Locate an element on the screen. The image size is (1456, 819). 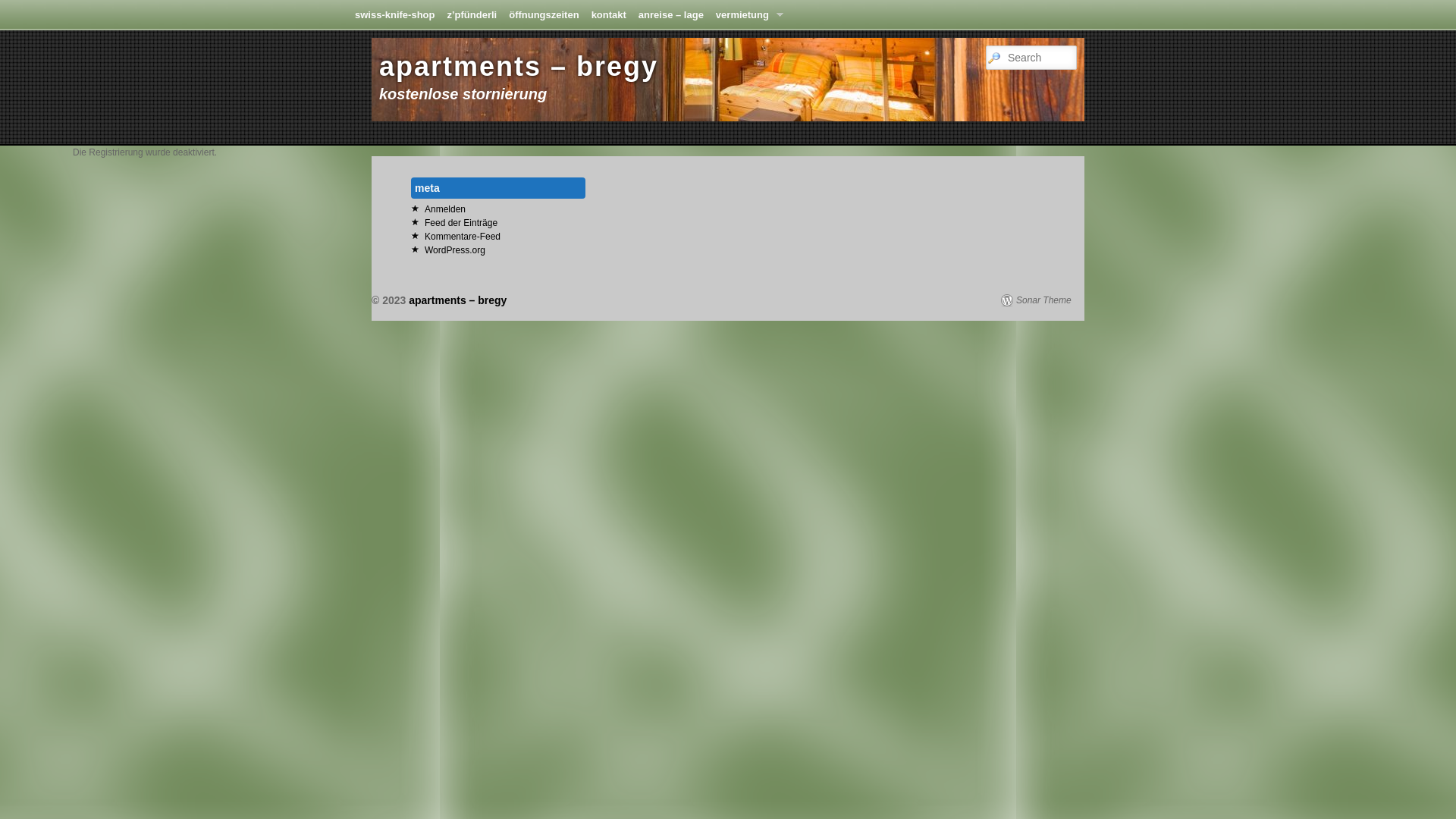
'Search' is located at coordinates (20, 8).